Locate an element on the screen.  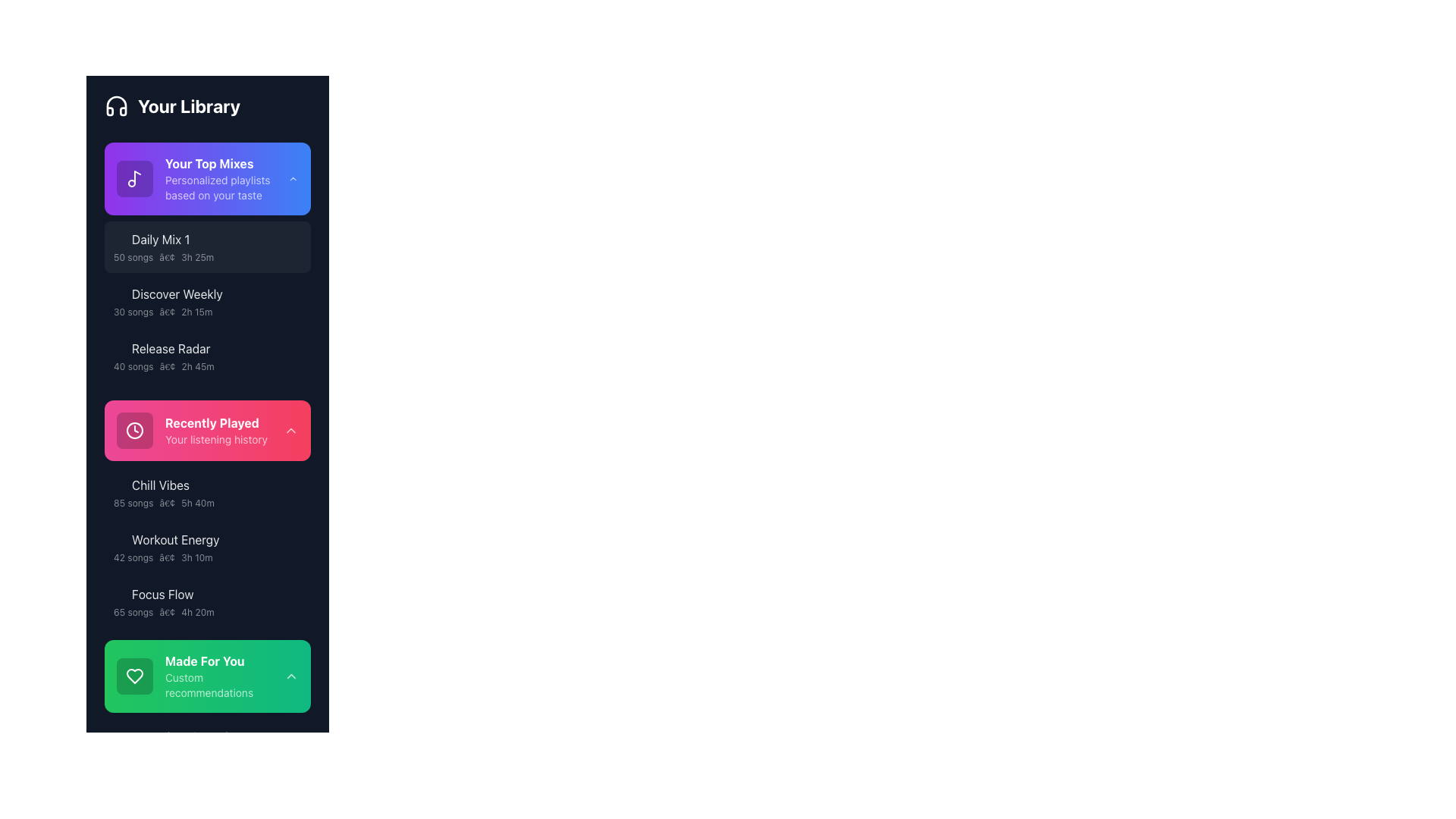
the text label providing additional context about the 'Made For You' section, located below the 'Made For You' text inside the green-highlighted rectangular card in the left navigation panel is located at coordinates (224, 685).